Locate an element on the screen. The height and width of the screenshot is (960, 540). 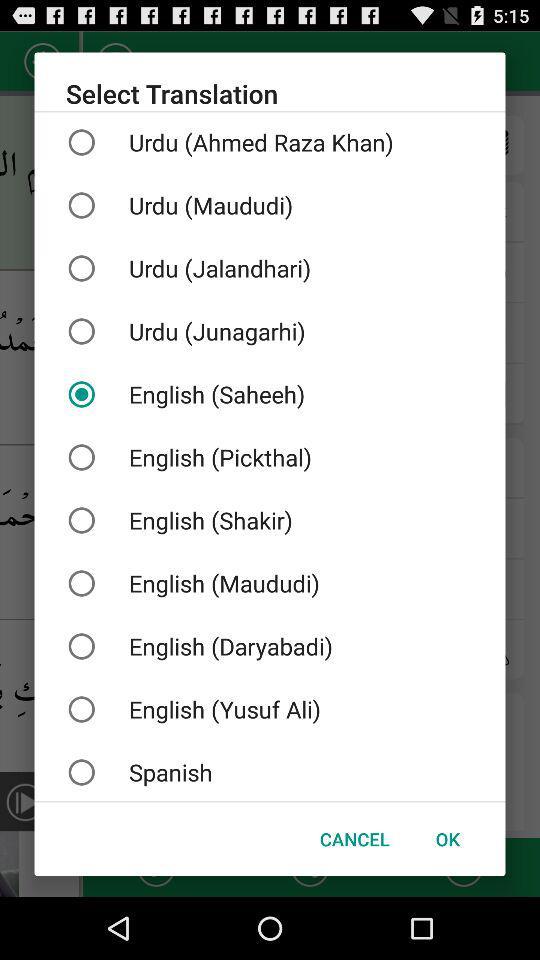
the icon next to the cancel icon is located at coordinates (447, 839).